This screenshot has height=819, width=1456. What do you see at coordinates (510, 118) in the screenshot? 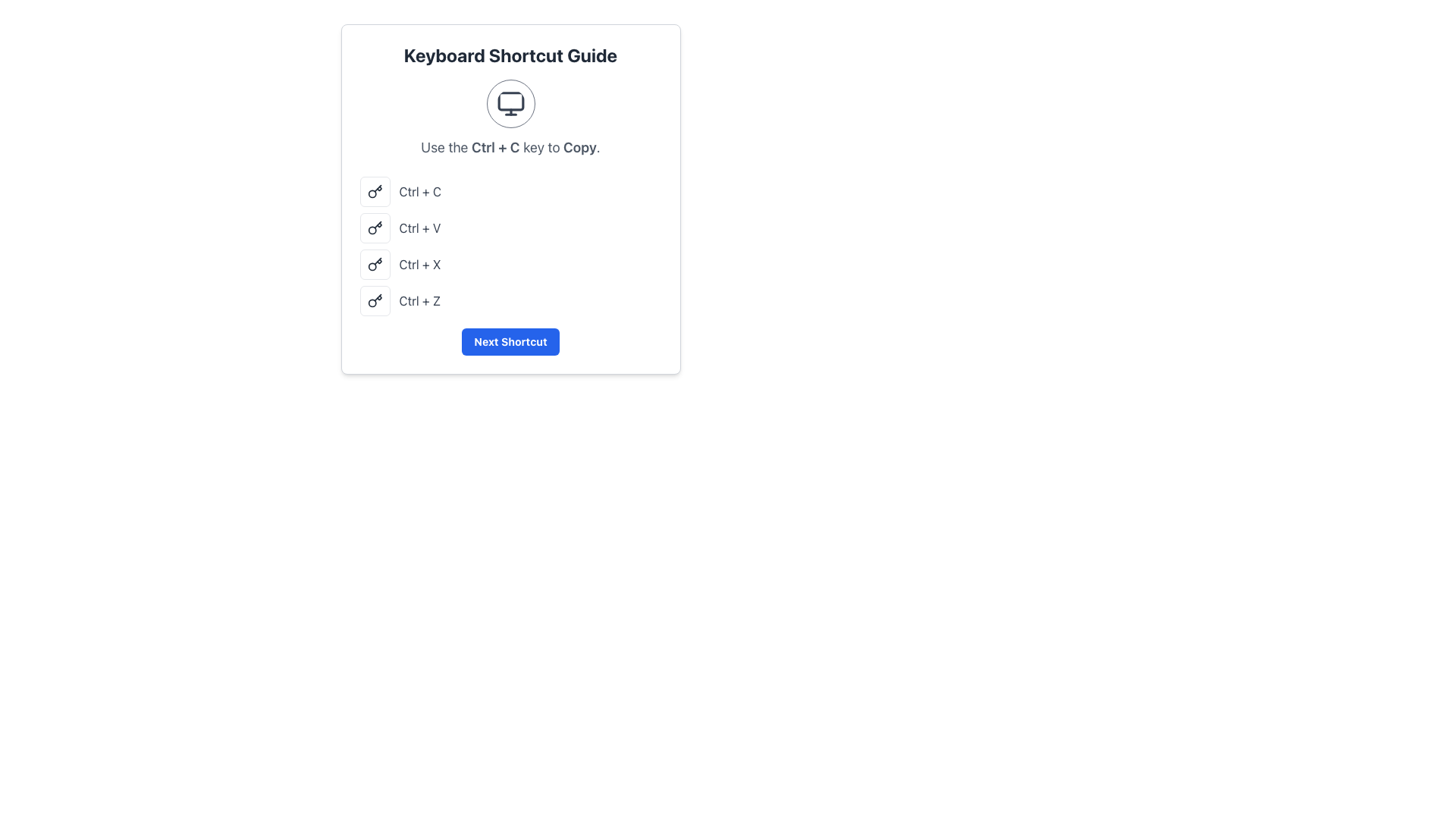
I see `the Informational Text with Icon that displays 'Use the Ctrl + C key to Copy.' This element features a circular gray-bordered icon depicting a monitor and has keywords 'Ctrl + C' and 'Copy' in bold, located within the 'Keyboard Shortcut Guide' card` at bounding box center [510, 118].